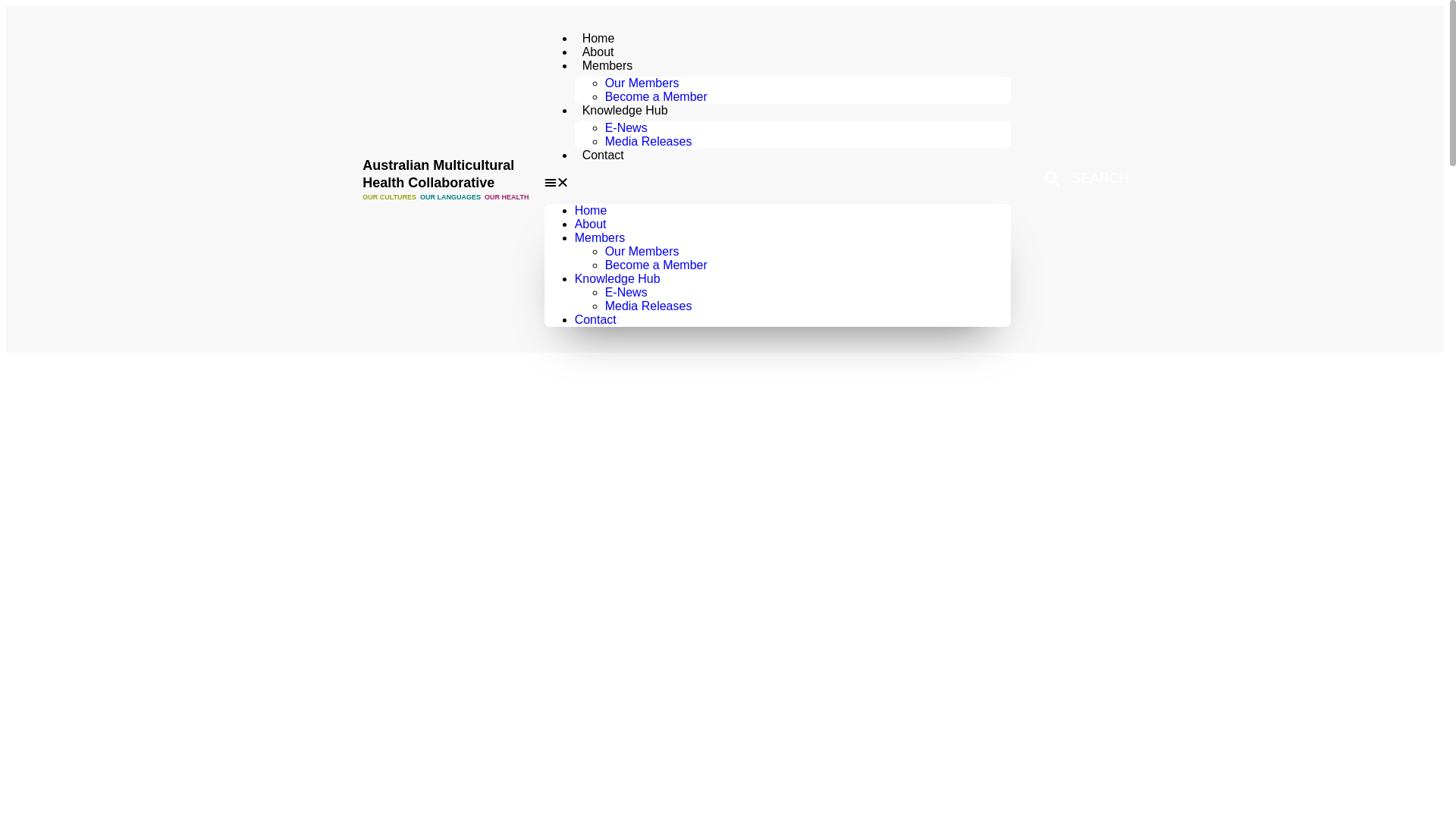 This screenshot has width=1456, height=819. I want to click on 'Media Releases', so click(648, 306).